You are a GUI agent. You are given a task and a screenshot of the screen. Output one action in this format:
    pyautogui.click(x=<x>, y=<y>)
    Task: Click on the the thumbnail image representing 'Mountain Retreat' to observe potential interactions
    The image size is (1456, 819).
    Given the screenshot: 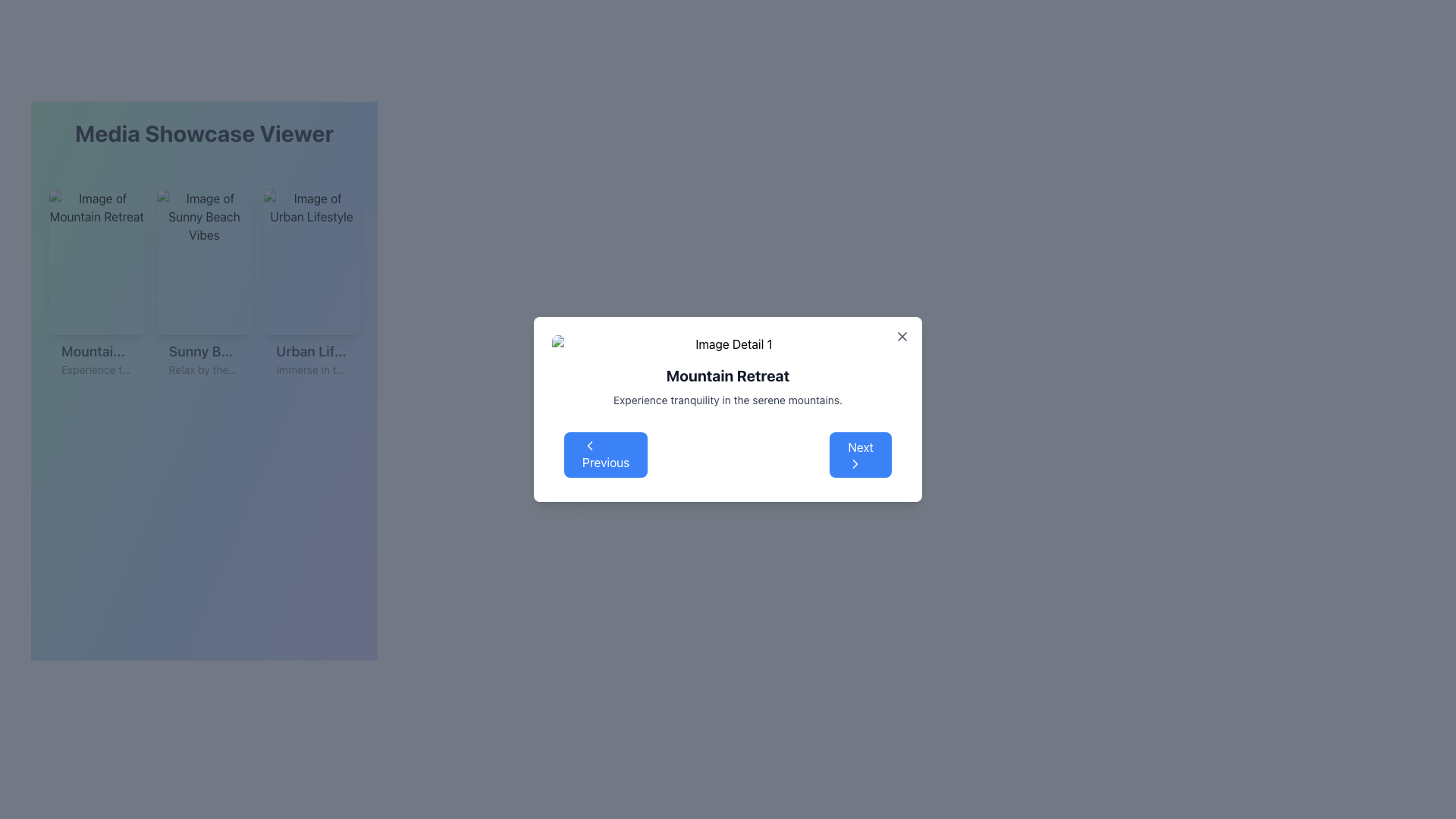 What is the action you would take?
    pyautogui.click(x=96, y=262)
    